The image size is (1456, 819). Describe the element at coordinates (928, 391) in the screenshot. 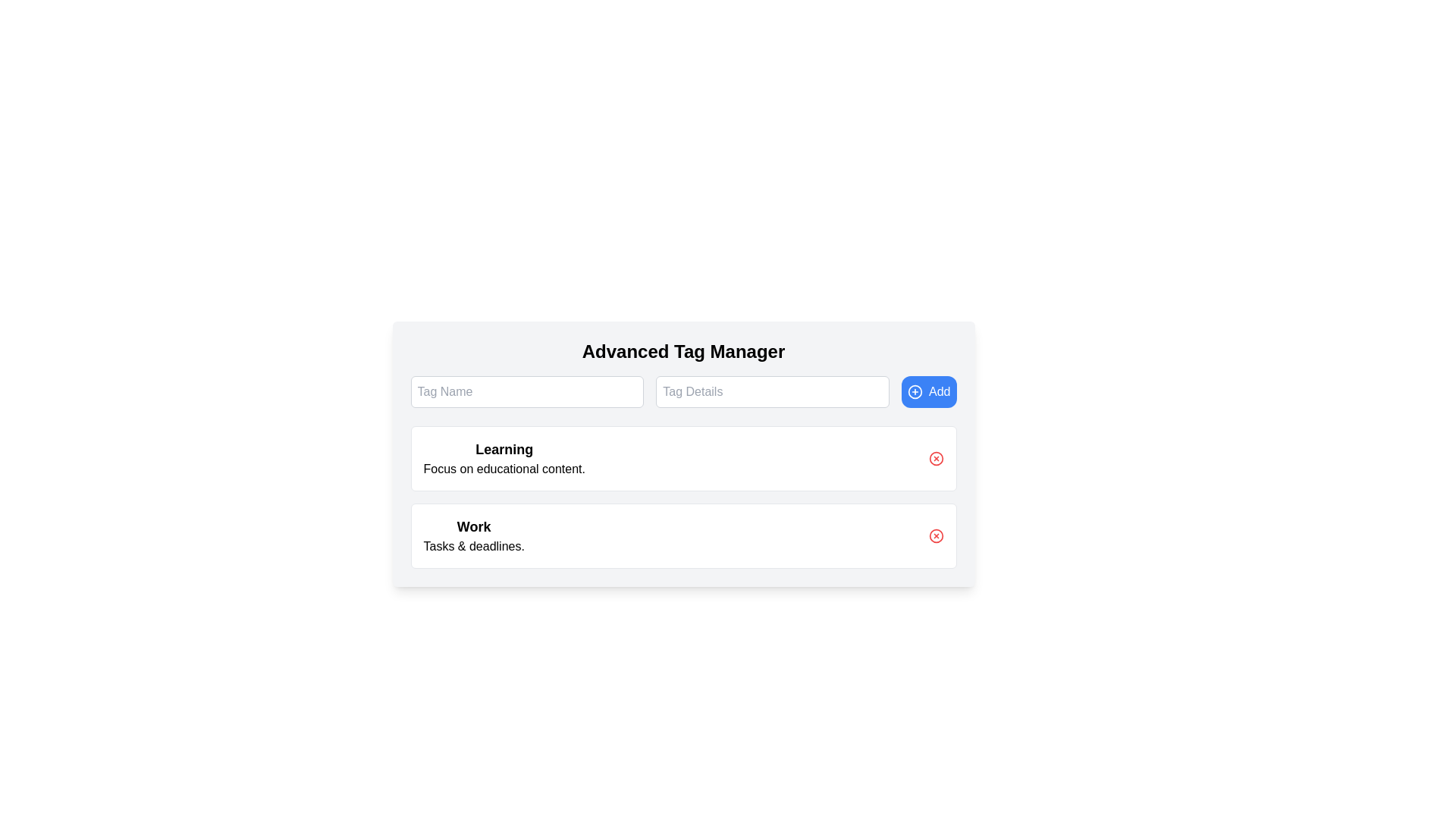

I see `the 'Add' button` at that location.